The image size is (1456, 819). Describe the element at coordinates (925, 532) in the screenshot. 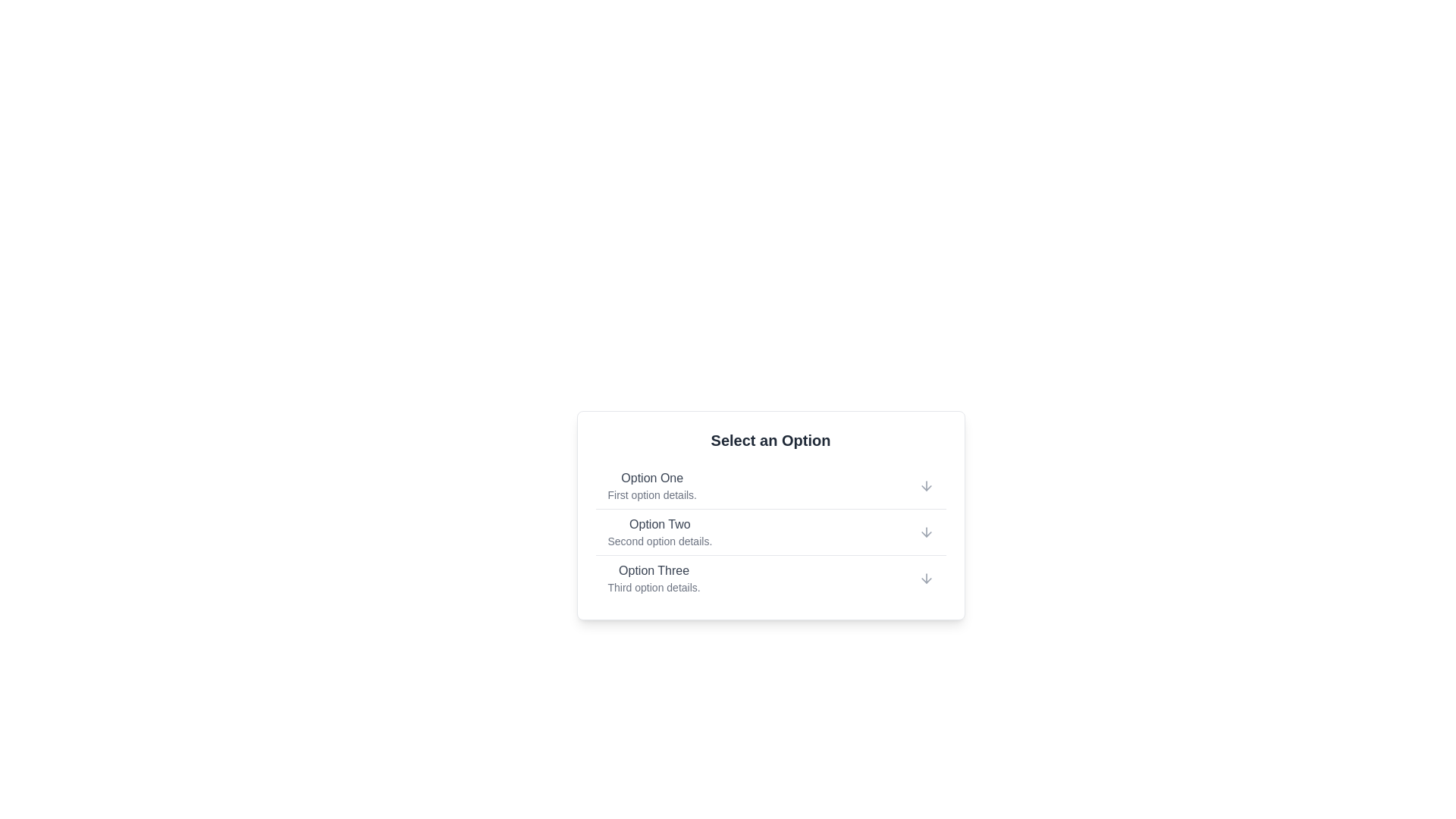

I see `the downward arrow icon located in the clickable row labeled 'Option Two', positioned towards the far right of the row, aligning horizontally with the text 'Option Two'` at that location.